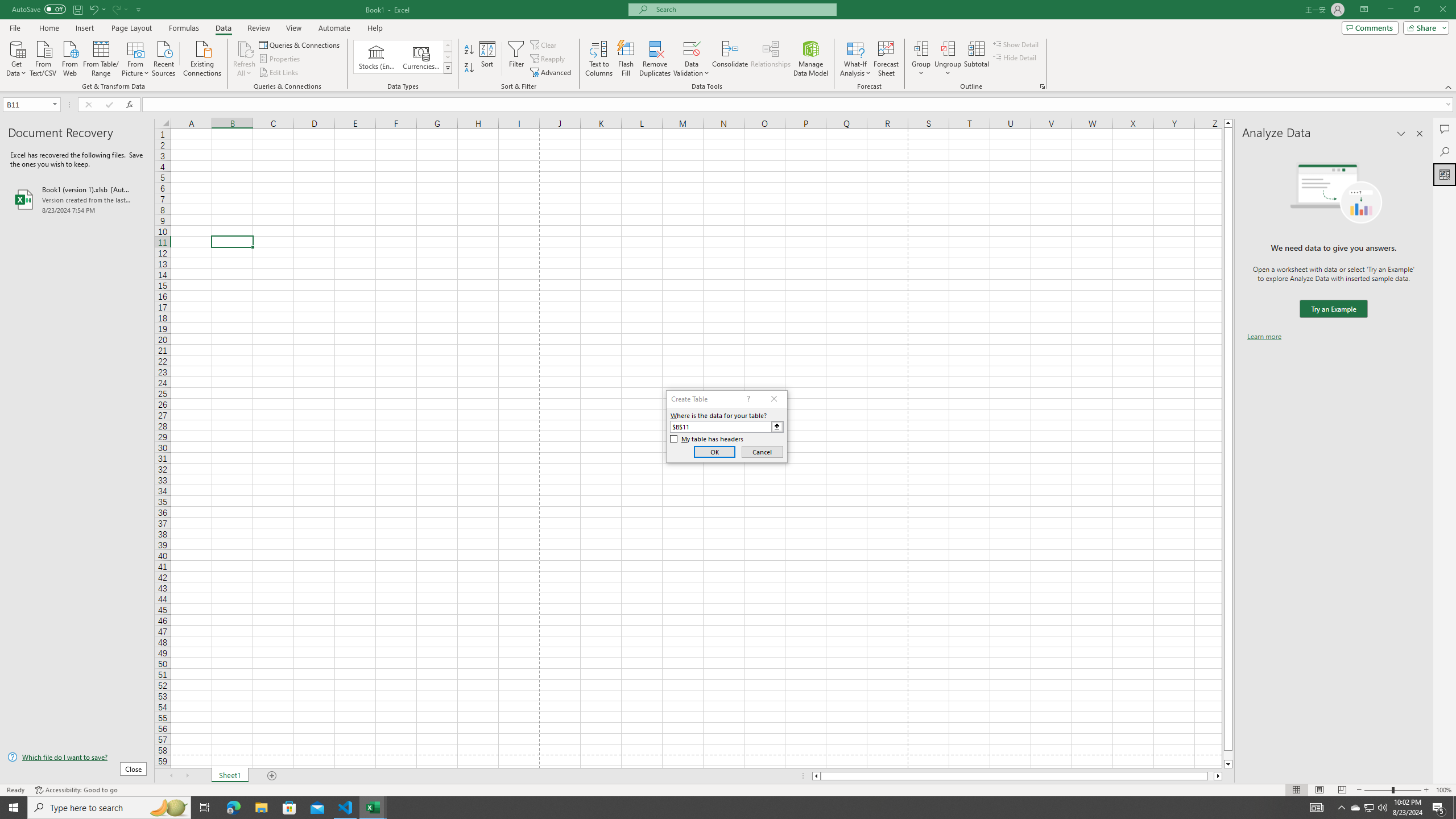 This screenshot has height=819, width=1456. I want to click on 'Learn more', so click(1264, 336).